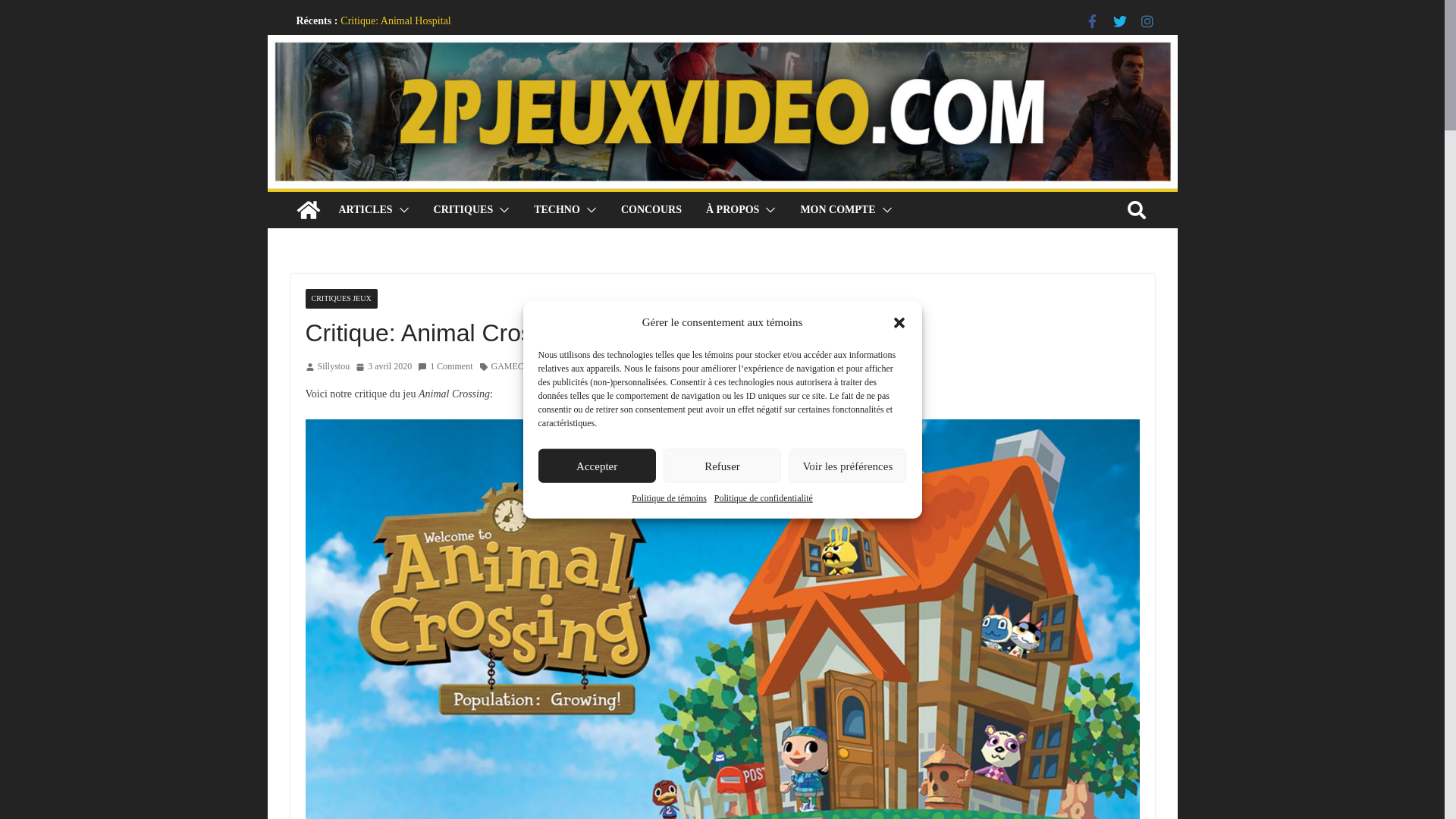 This screenshot has width=1456, height=819. I want to click on 'Refuser', so click(663, 465).